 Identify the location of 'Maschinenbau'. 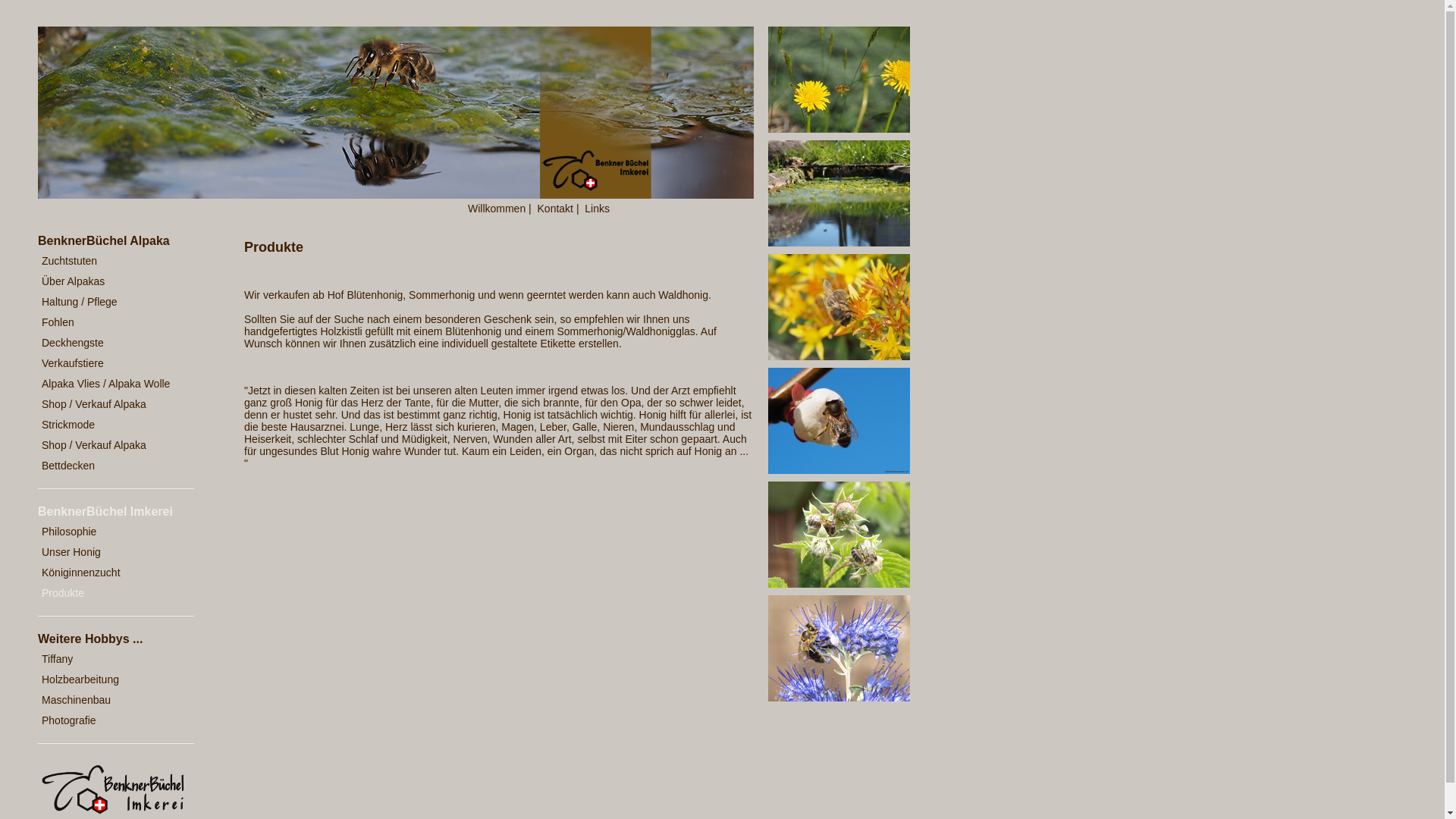
(108, 700).